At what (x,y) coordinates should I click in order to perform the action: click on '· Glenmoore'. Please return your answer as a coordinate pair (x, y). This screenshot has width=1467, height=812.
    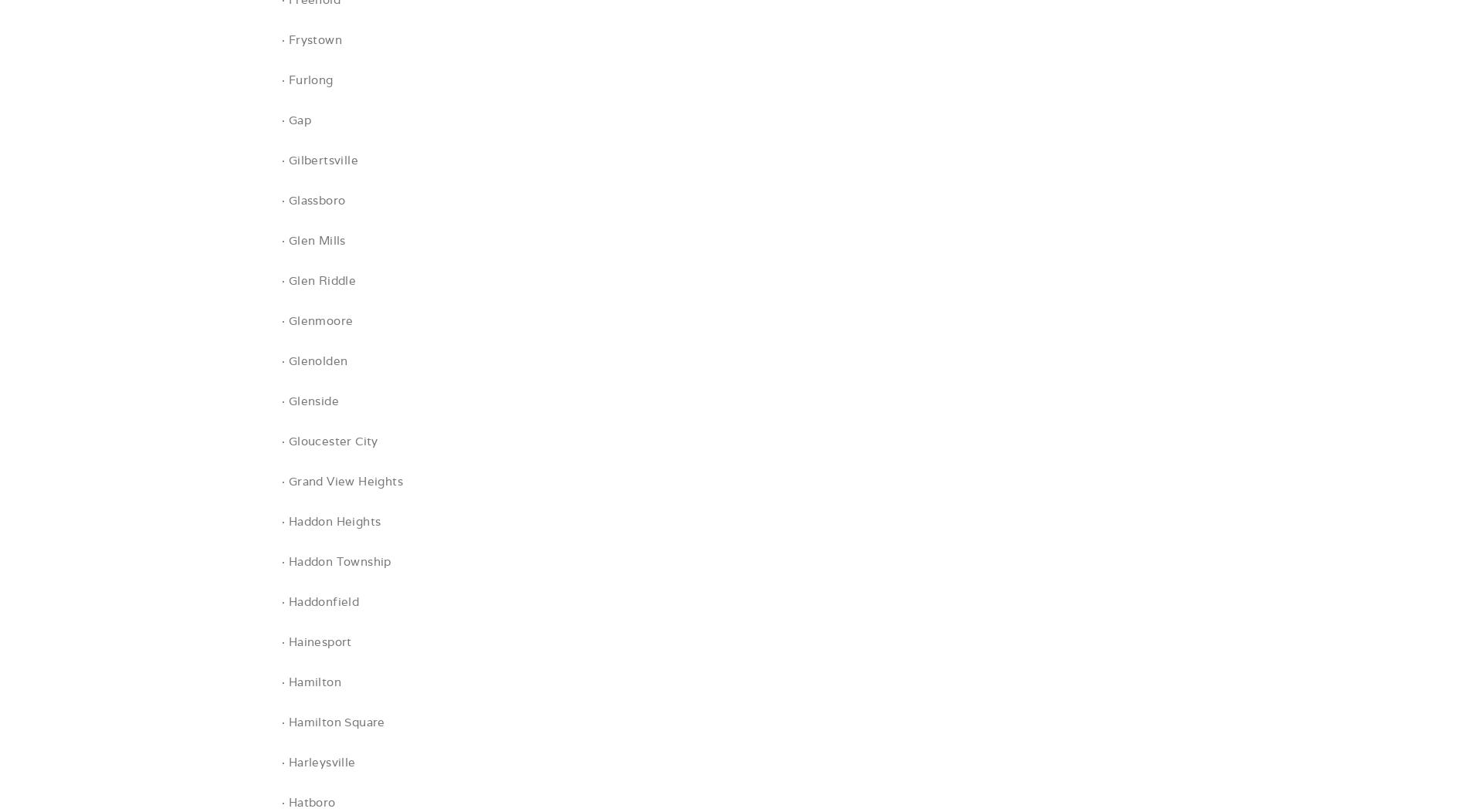
    Looking at the image, I should click on (316, 320).